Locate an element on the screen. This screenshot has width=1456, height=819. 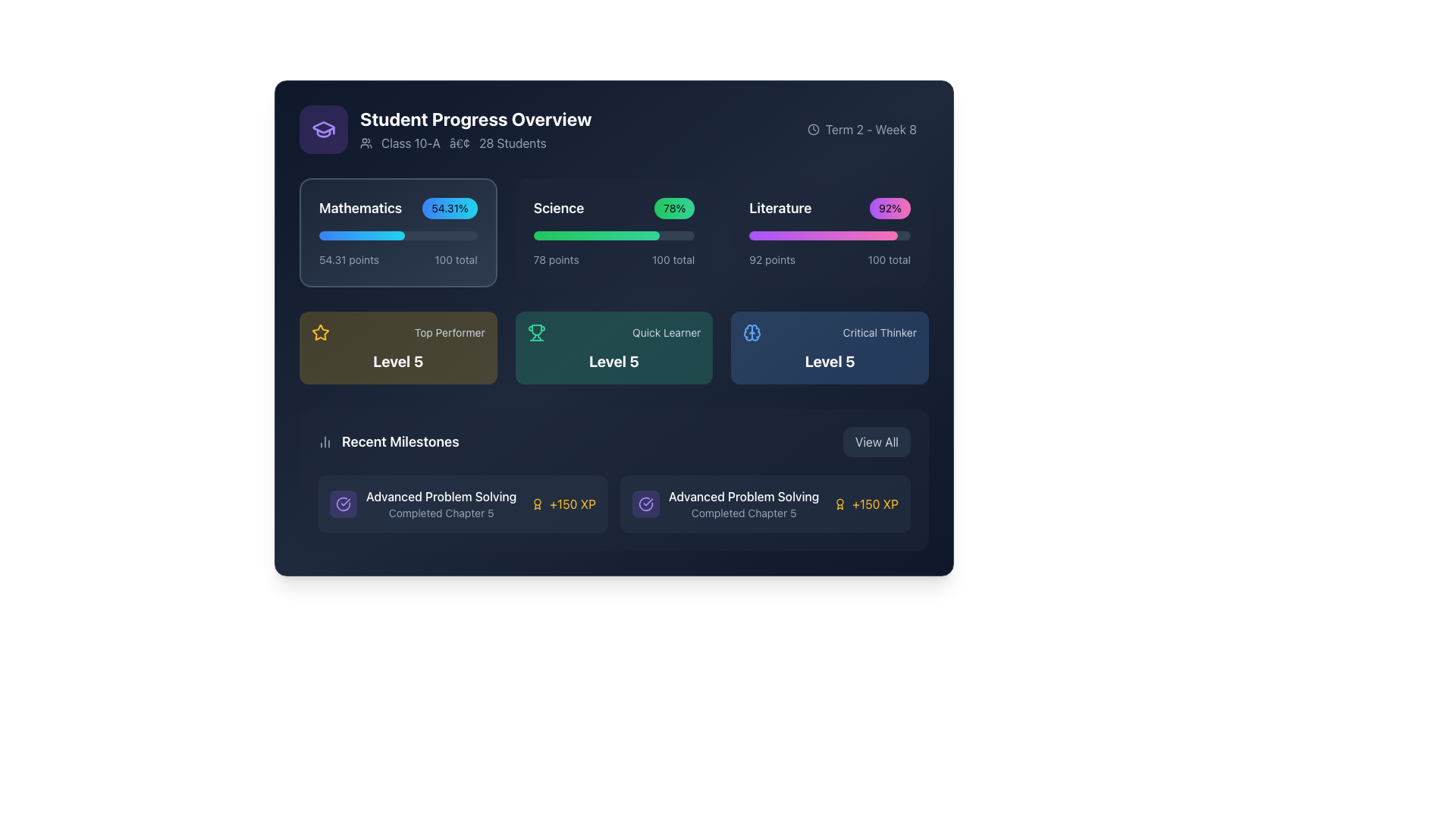
the informational Text label indicating the total value for the 'Mathematics' category, located at the bottom right corner of the 'Mathematics' section adjacent to '54.31 points' is located at coordinates (455, 259).